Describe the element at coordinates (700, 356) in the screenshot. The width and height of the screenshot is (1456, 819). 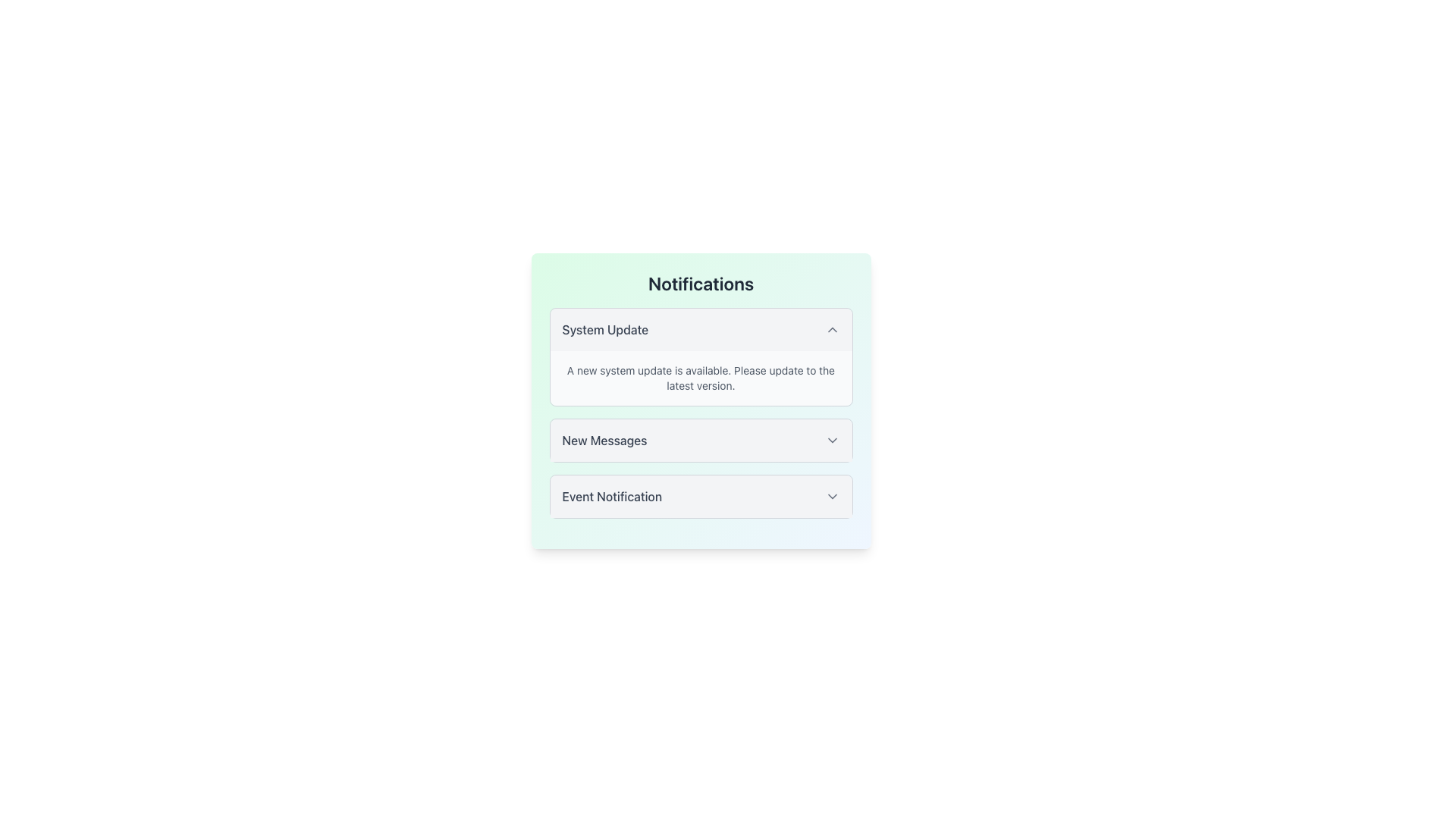
I see `the first notification card within the 'Notifications' section that informs the user about a system update` at that location.